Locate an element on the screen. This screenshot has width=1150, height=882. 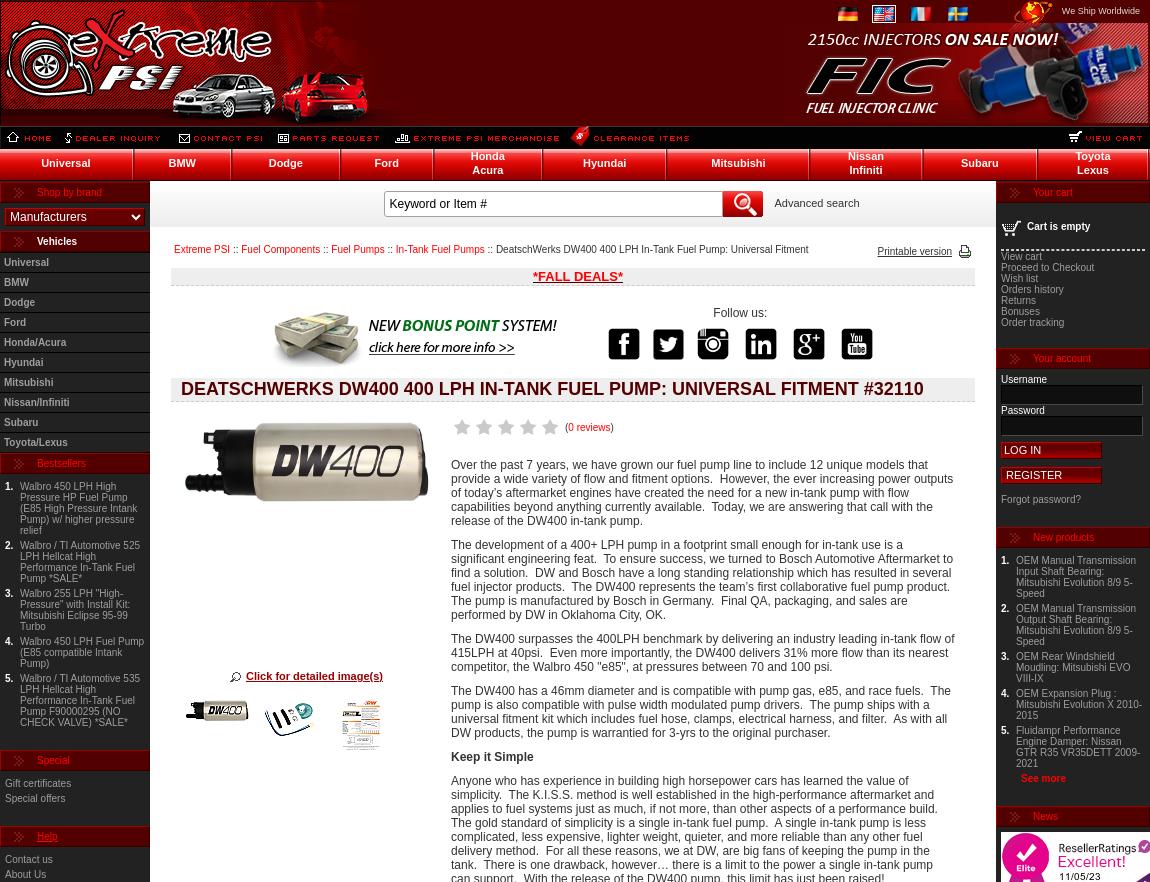
'Acura' is located at coordinates (471, 168).